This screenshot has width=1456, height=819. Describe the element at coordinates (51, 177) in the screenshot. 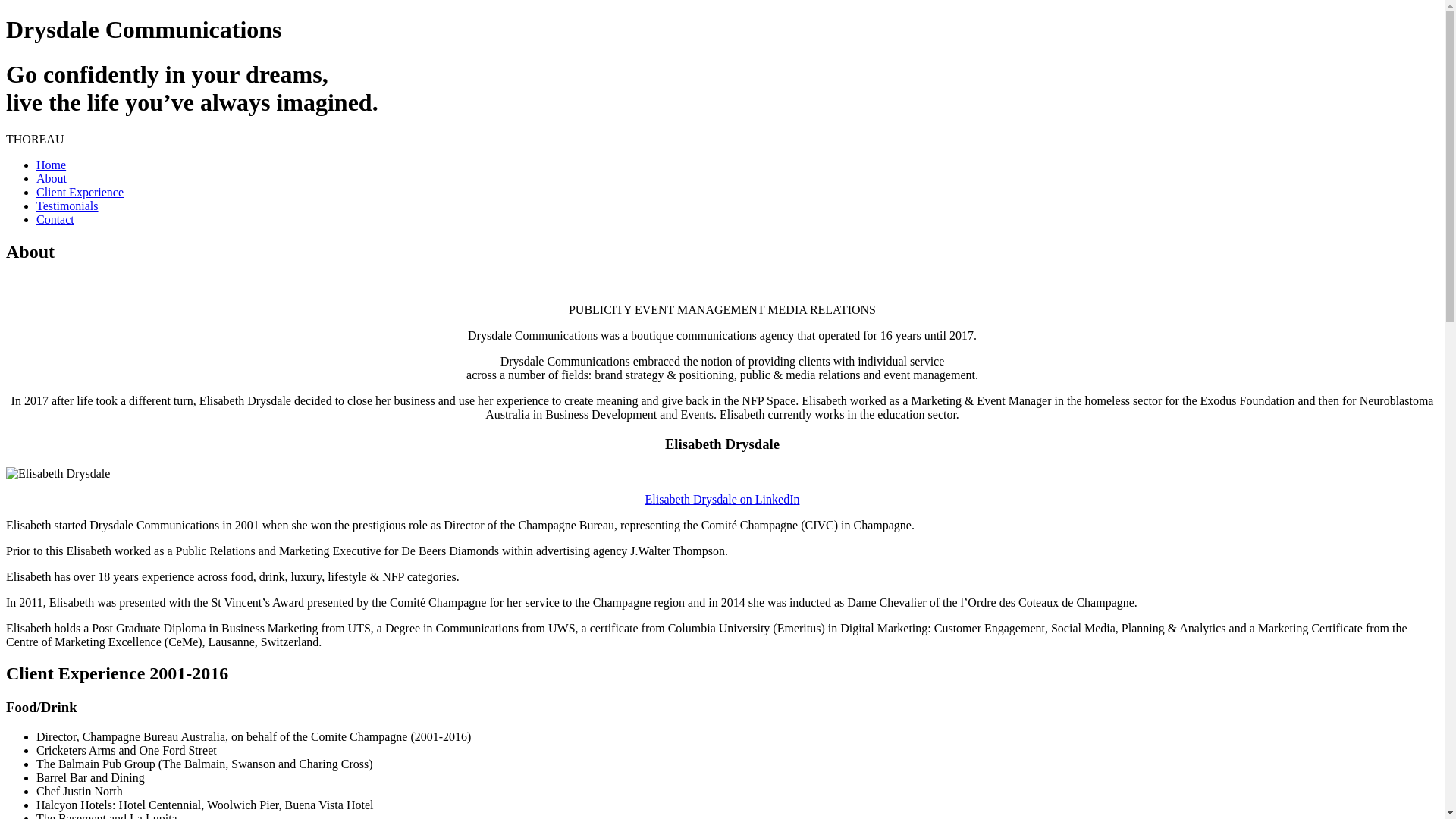

I see `'About'` at that location.